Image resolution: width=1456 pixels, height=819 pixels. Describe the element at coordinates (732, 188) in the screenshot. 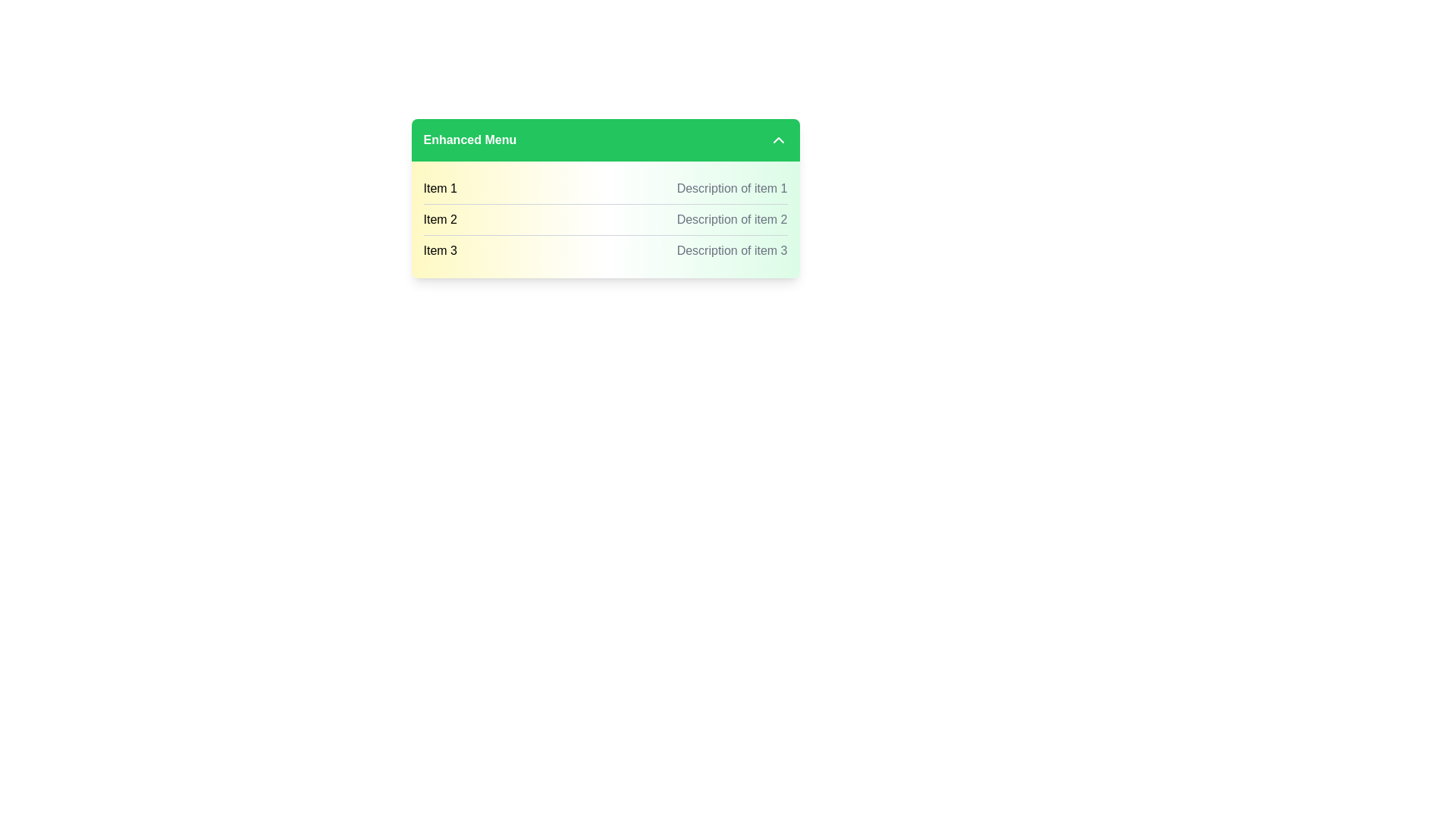

I see `the text element displaying 'Description of item 1', which is styled with a gray font color and truncates overflow text, located in the second column of a row with a light yellow background` at that location.